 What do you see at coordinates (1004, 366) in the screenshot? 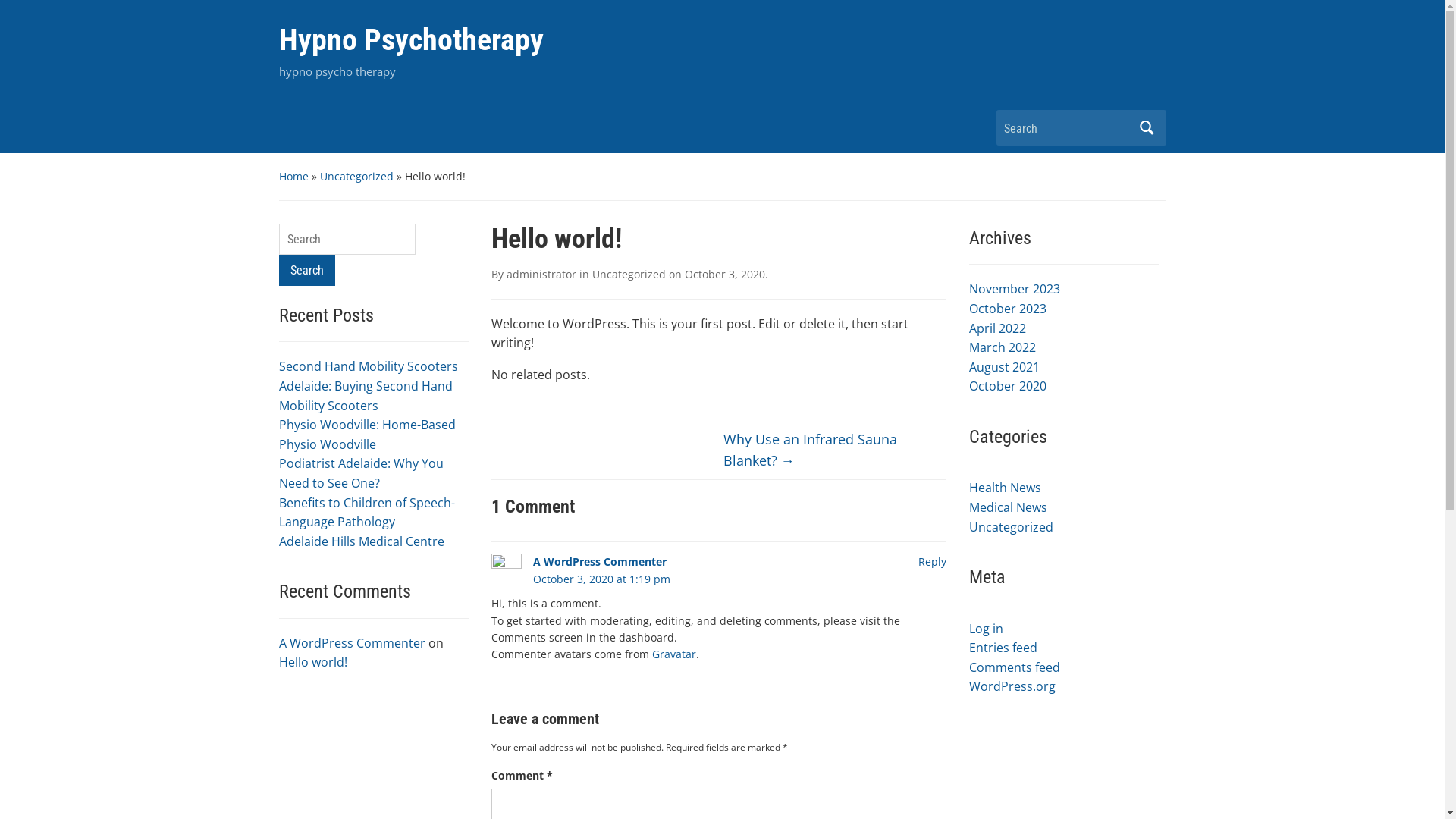
I see `'August 2021'` at bounding box center [1004, 366].